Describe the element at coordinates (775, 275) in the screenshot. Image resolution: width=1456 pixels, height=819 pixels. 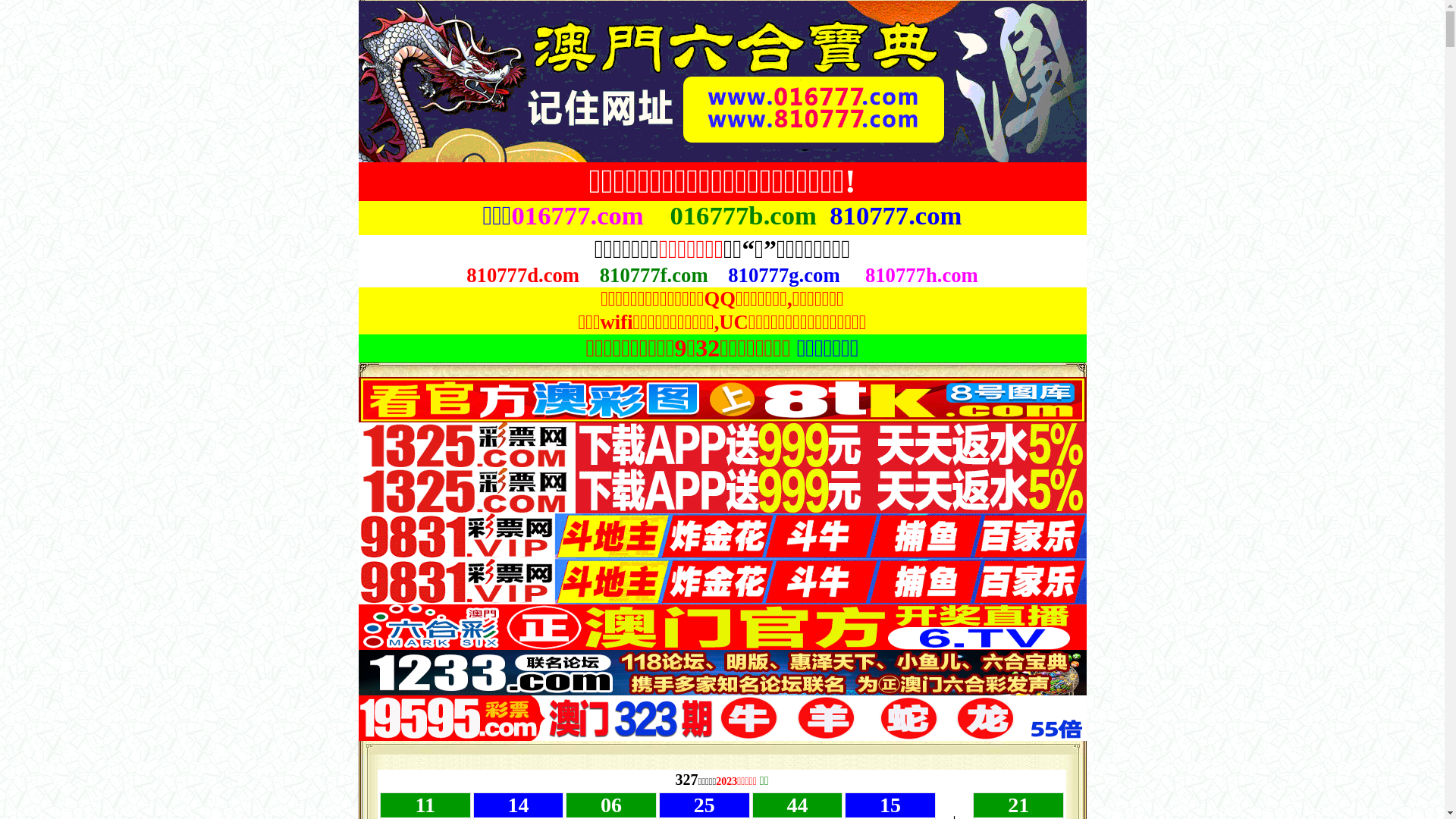
I see `'810777g.co'` at that location.